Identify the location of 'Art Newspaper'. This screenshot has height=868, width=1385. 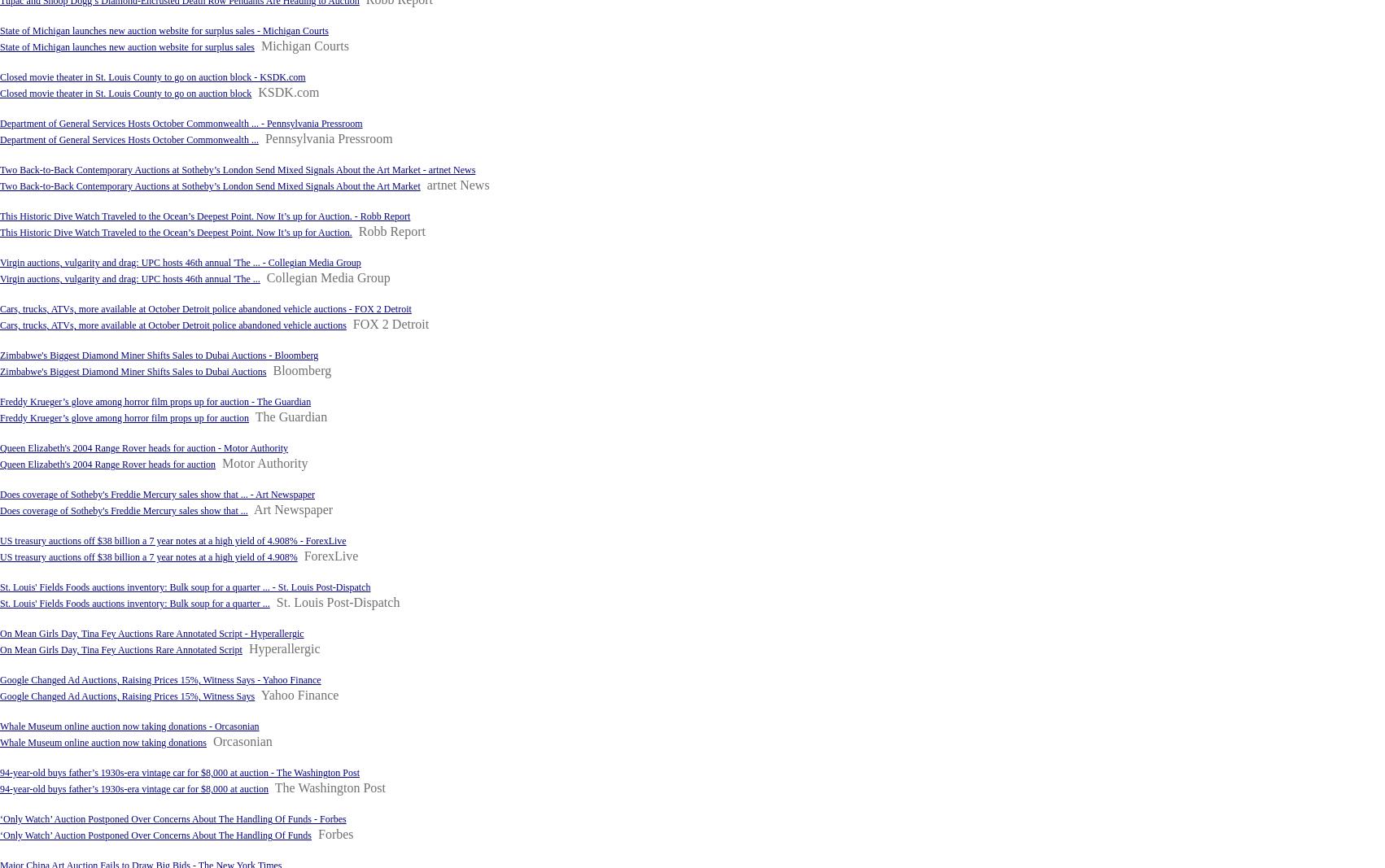
(292, 509).